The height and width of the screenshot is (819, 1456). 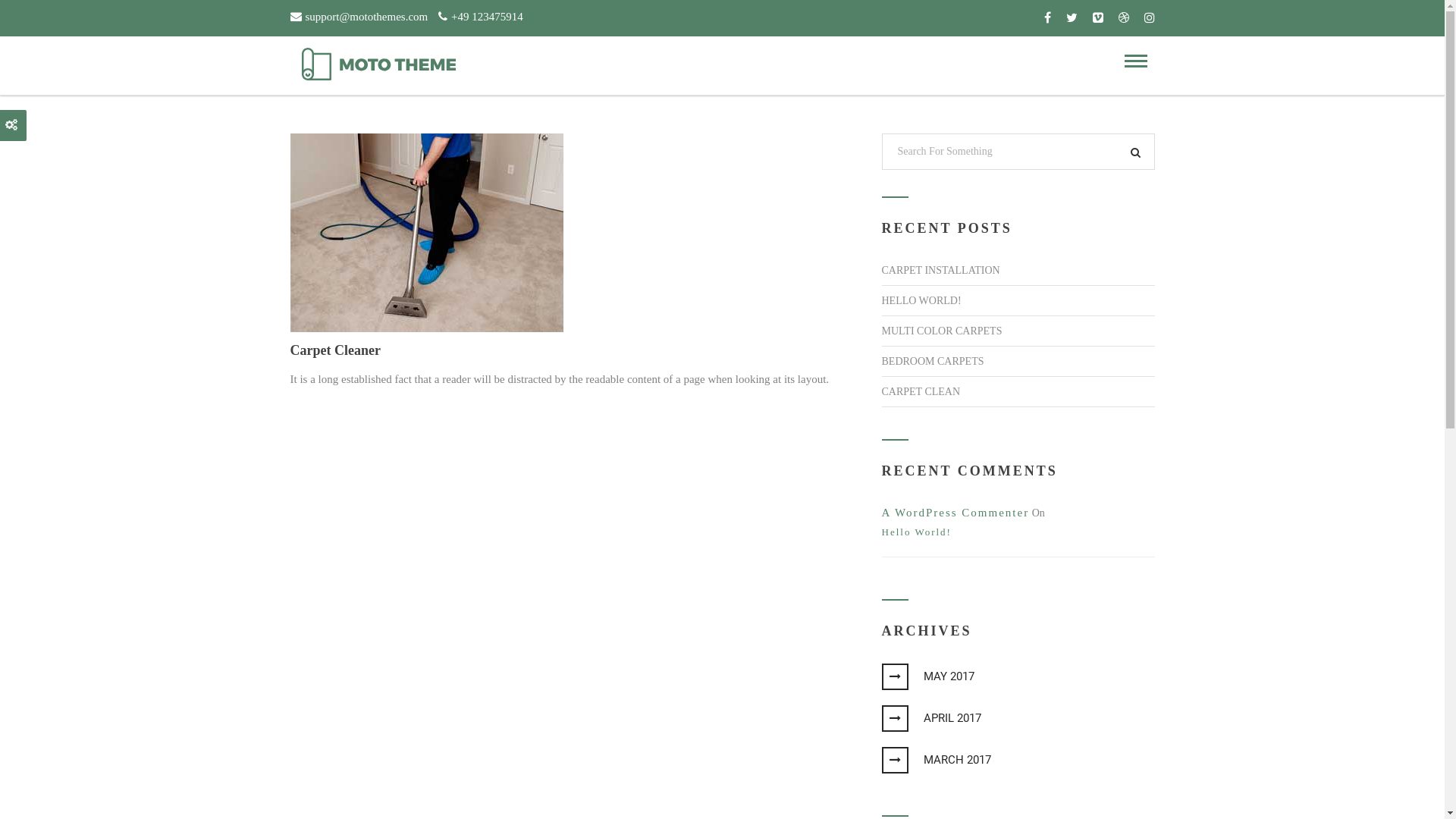 I want to click on 'CARPET INSTALLATION', so click(x=939, y=269).